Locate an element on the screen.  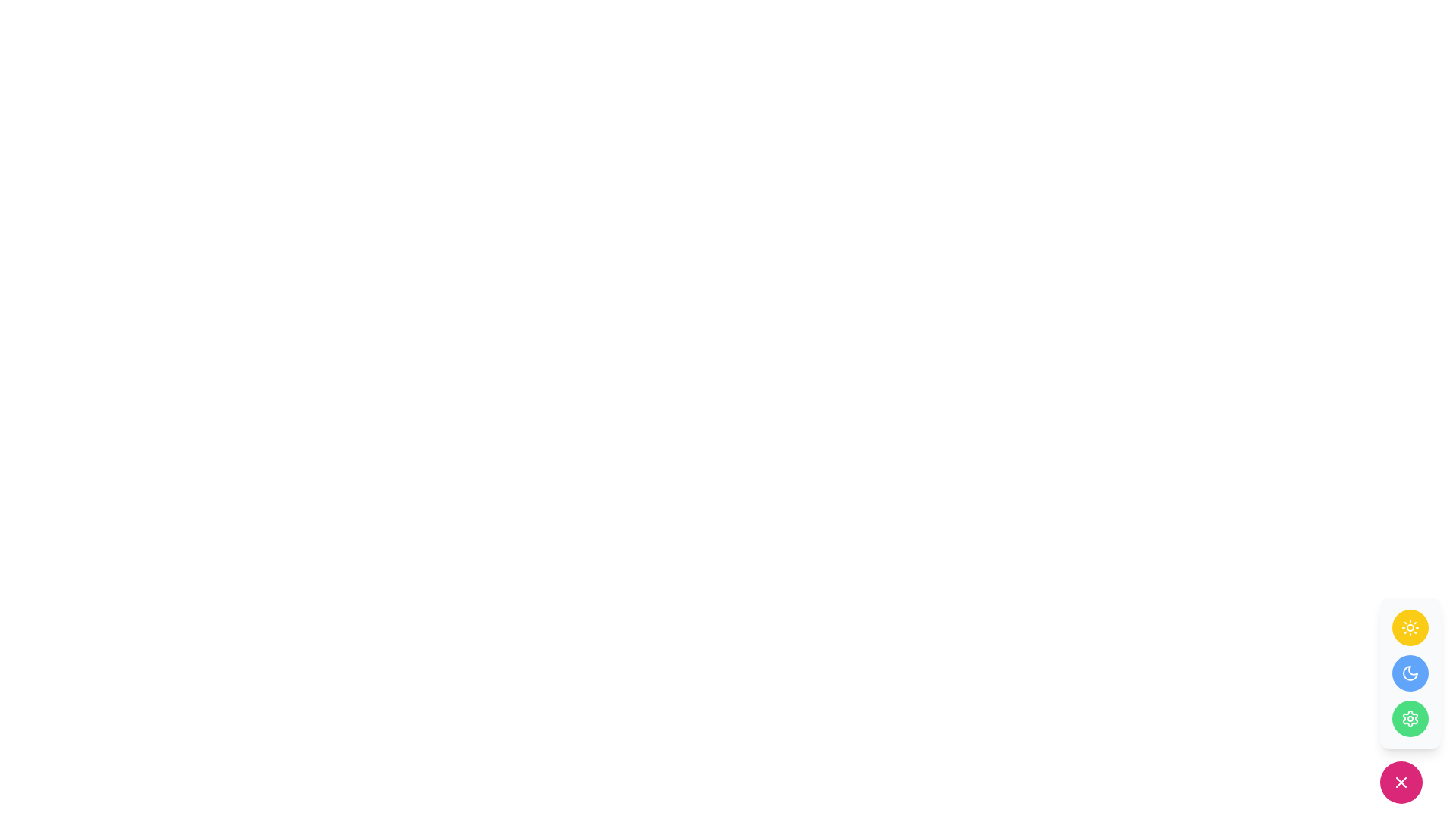
the circular button containing the SVG icon of a crescent moon is located at coordinates (1410, 672).